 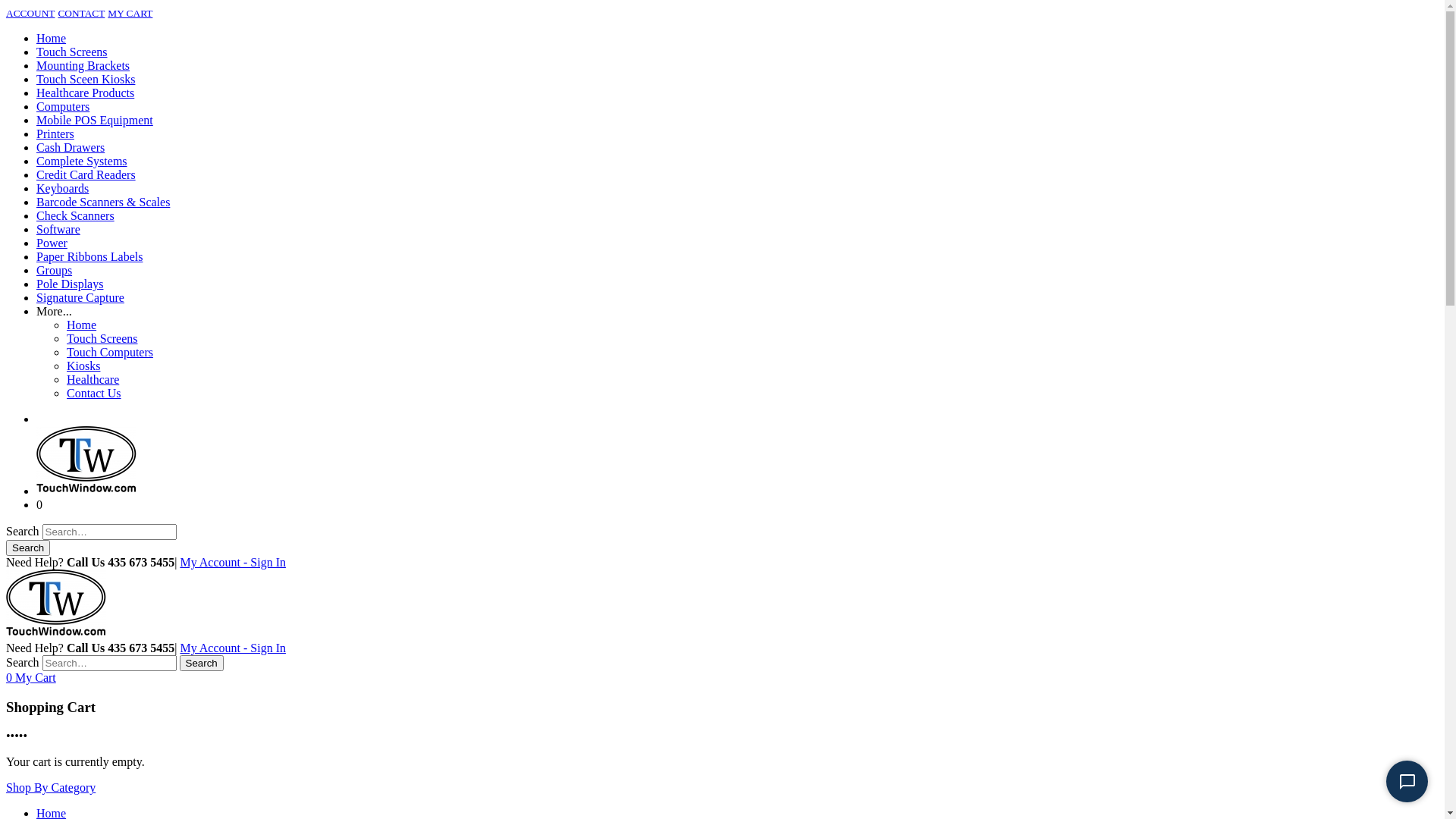 What do you see at coordinates (93, 392) in the screenshot?
I see `'Contact Us'` at bounding box center [93, 392].